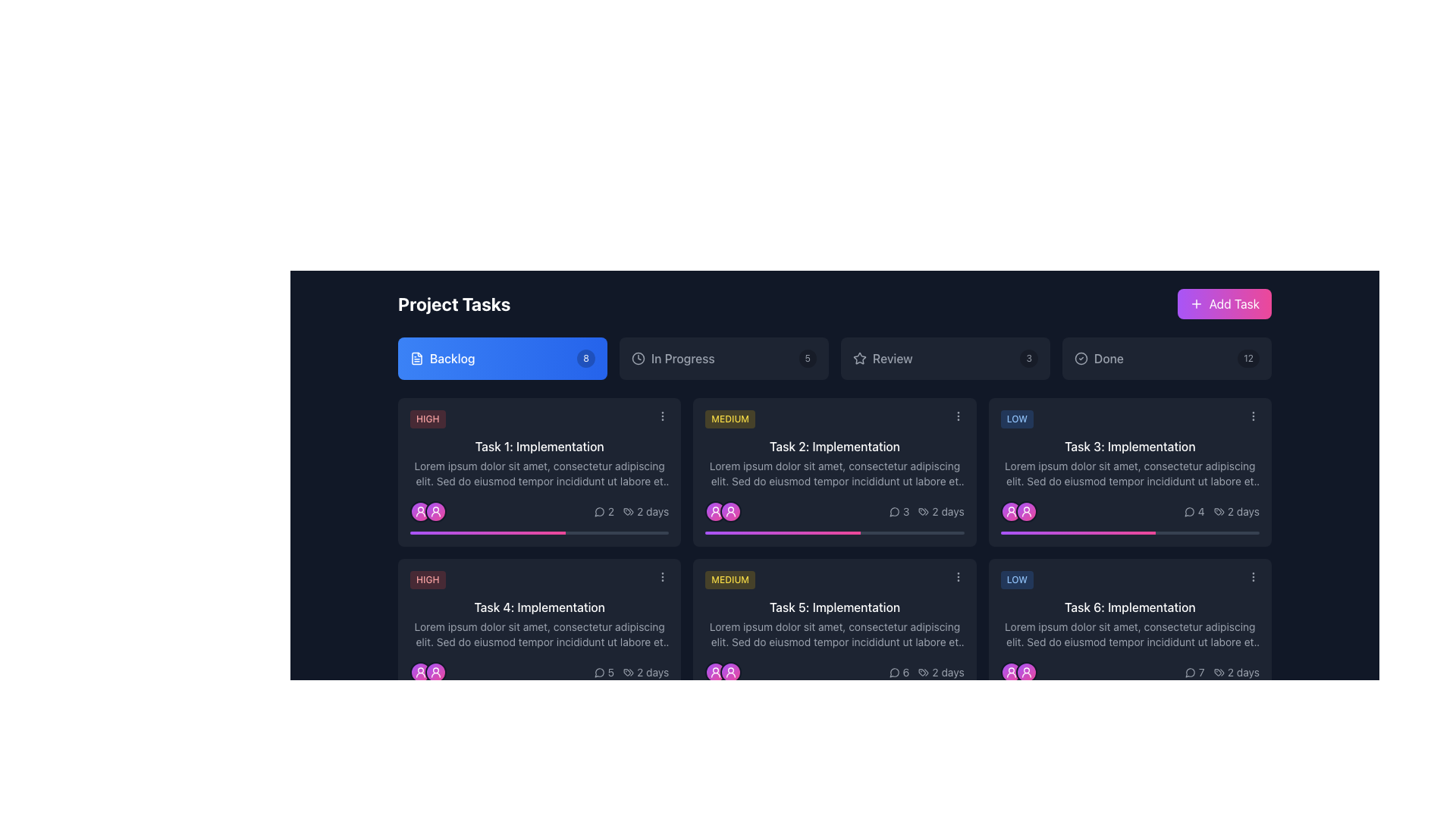 Image resolution: width=1456 pixels, height=819 pixels. What do you see at coordinates (723, 672) in the screenshot?
I see `the user avatars icon group with a pink-to-purple gradient background, located in the 'Task 5: Implementation' card in the project tasks grid` at bounding box center [723, 672].